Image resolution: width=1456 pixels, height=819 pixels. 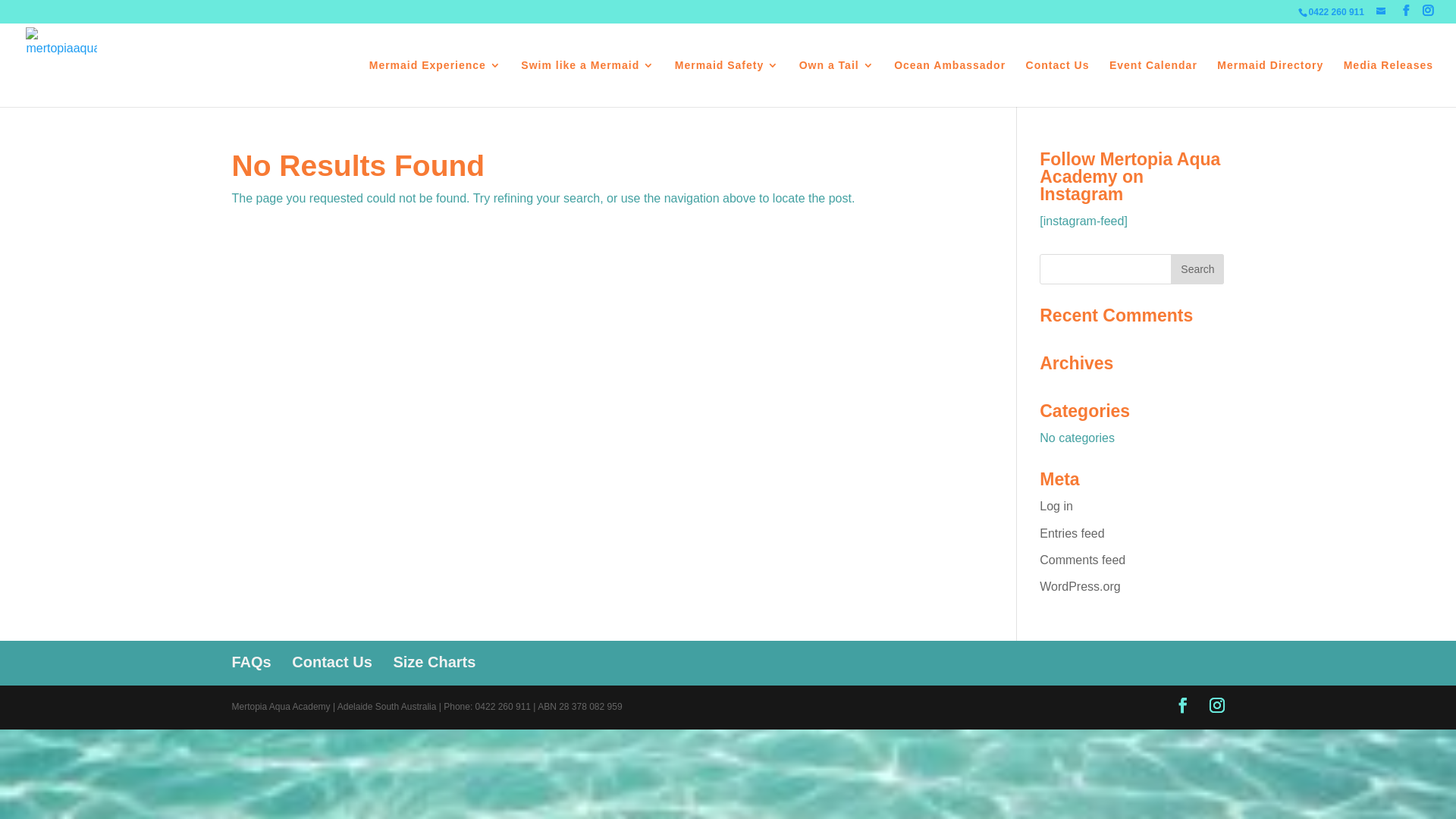 I want to click on 'Event Calendar', so click(x=1153, y=83).